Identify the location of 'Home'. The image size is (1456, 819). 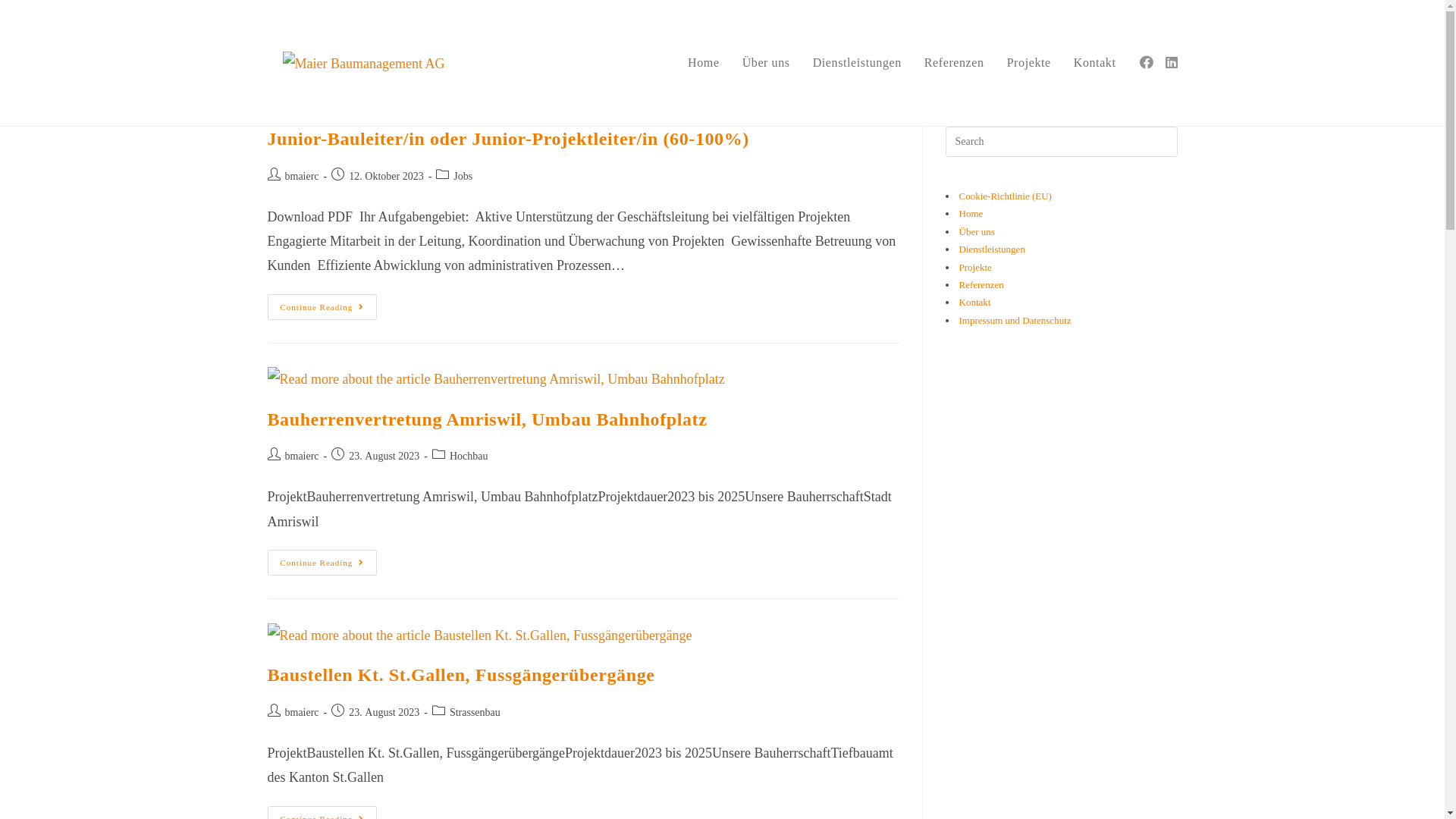
(971, 213).